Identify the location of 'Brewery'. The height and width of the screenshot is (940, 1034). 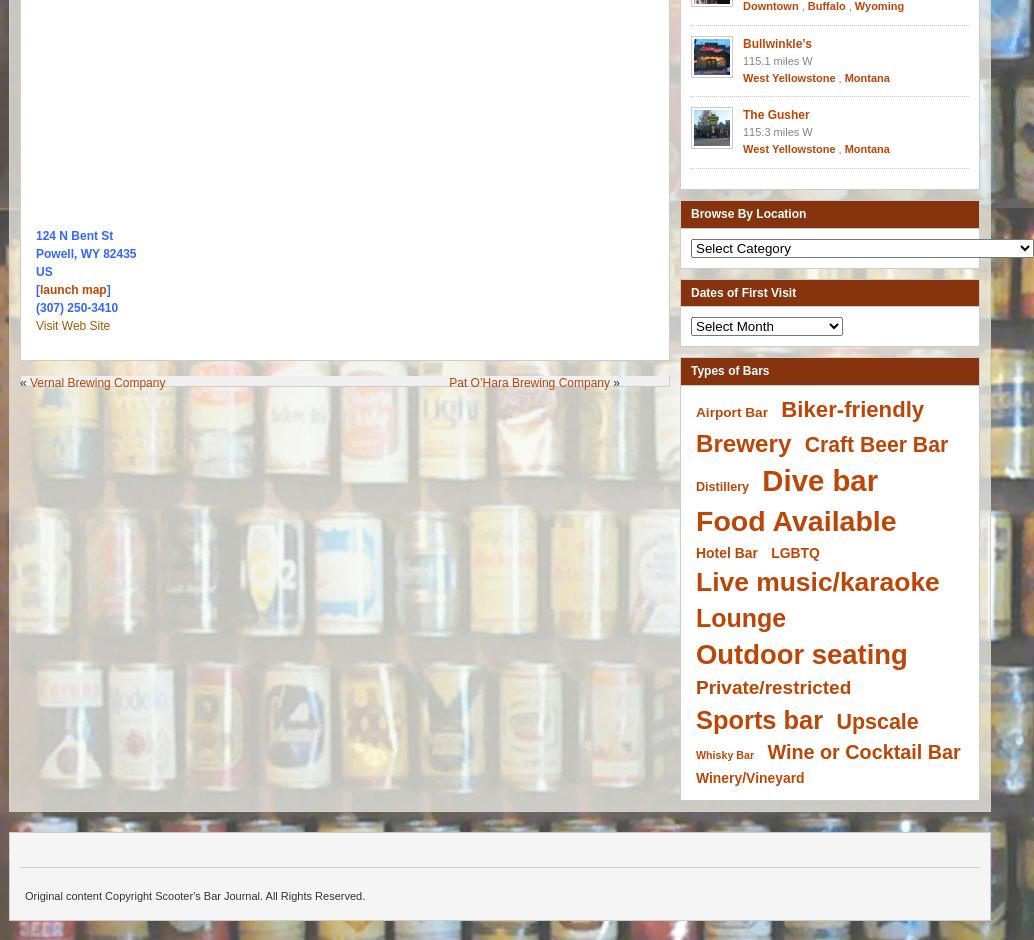
(743, 441).